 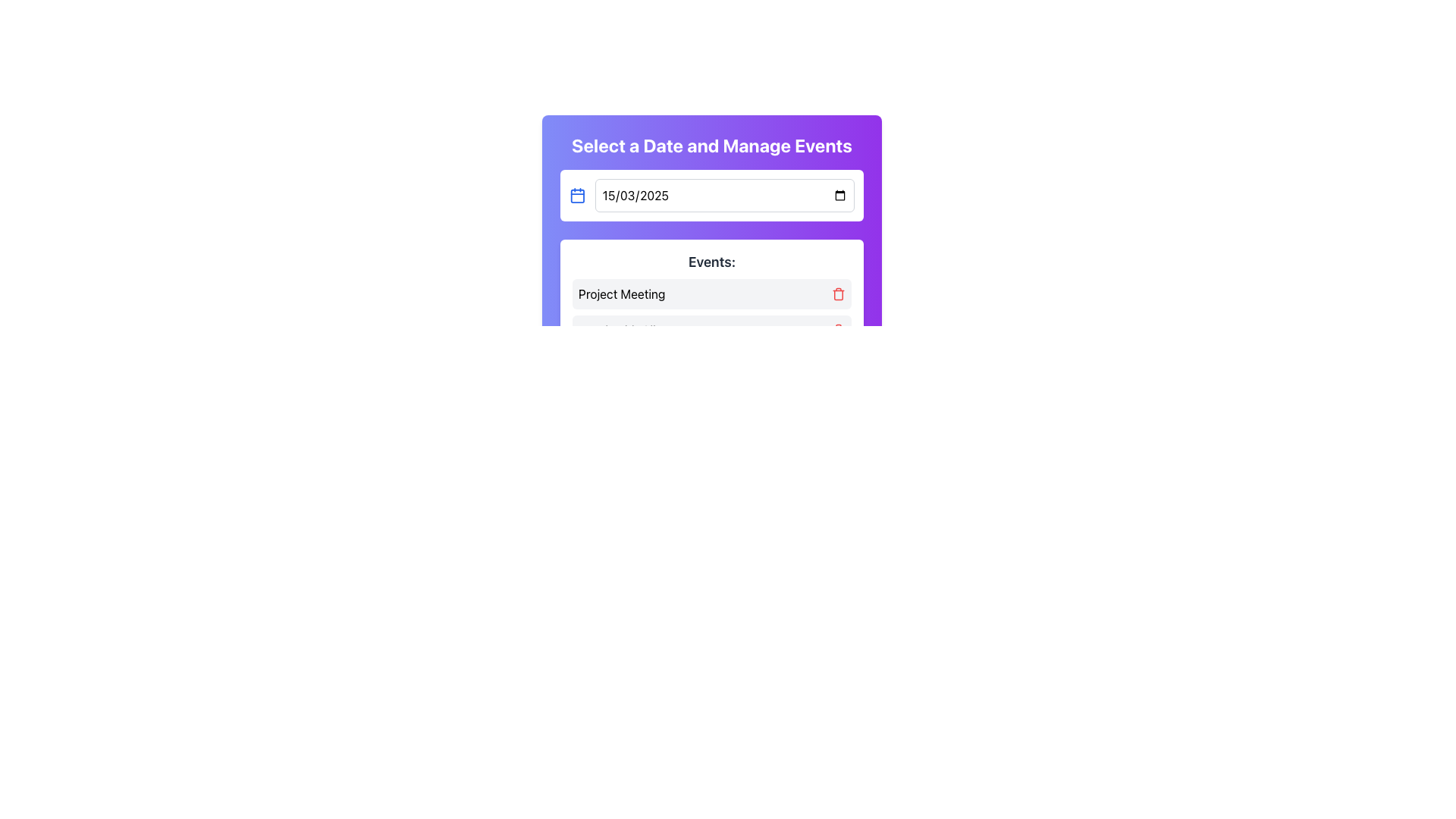 I want to click on the middle segment of the trash can icon, so click(x=837, y=295).